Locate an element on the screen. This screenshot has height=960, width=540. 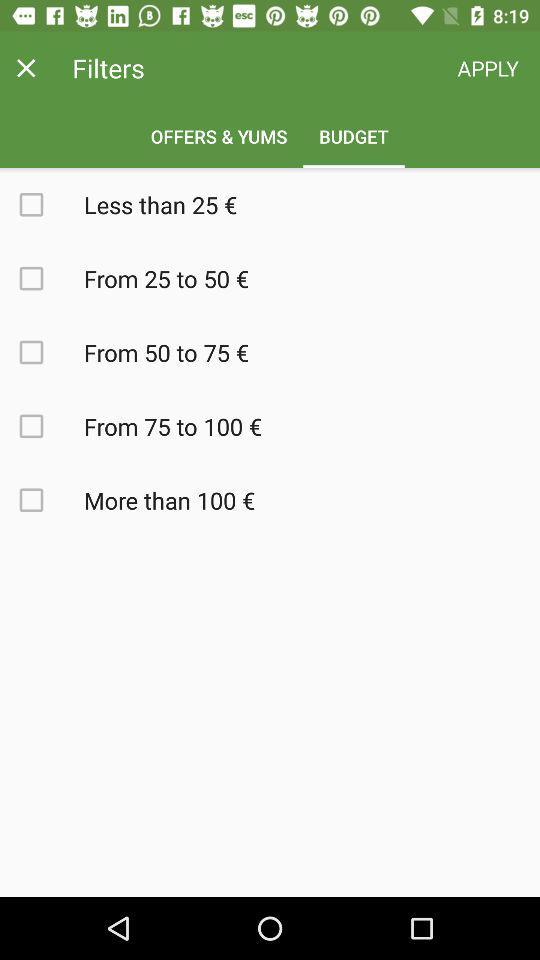
offers in this price range is located at coordinates (42, 426).